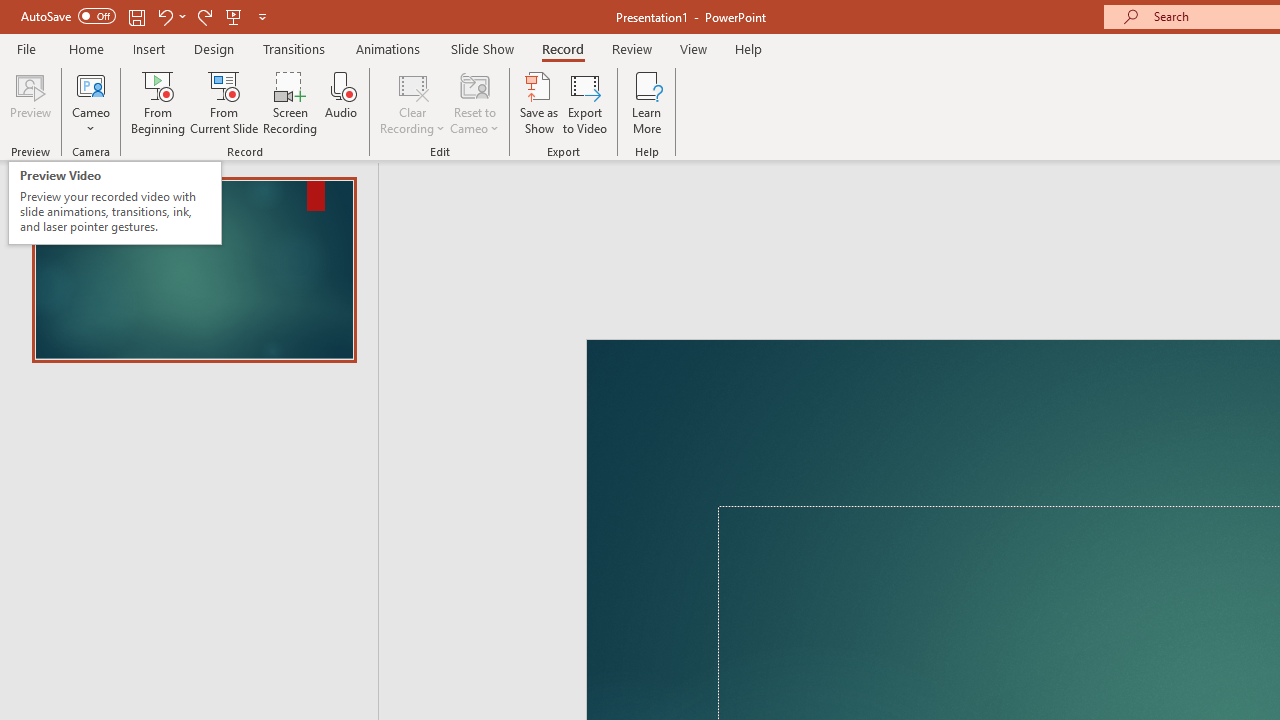 The image size is (1280, 720). I want to click on 'Export to Video', so click(584, 103).